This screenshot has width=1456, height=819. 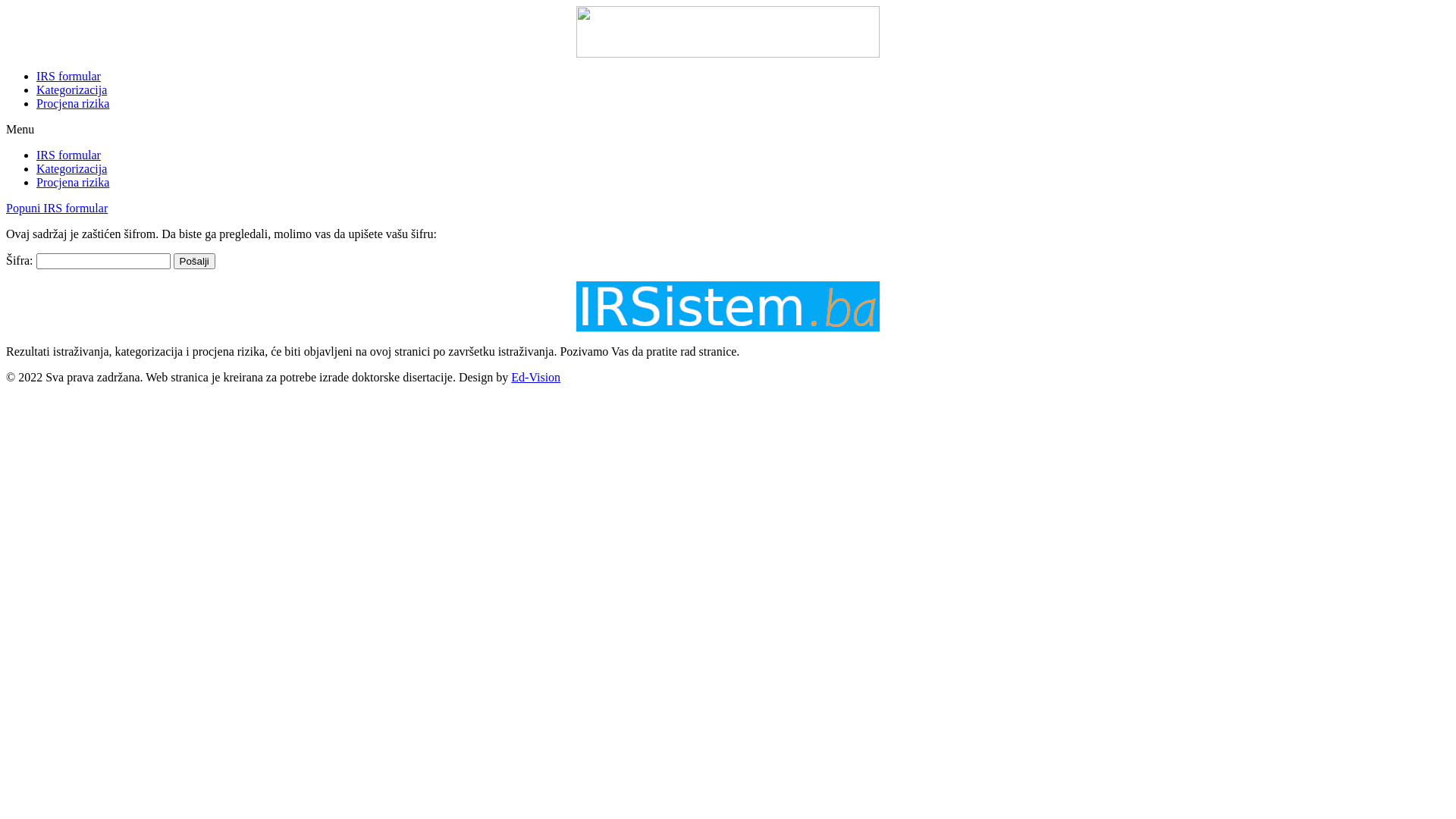 I want to click on 'Ed-Vision', so click(x=535, y=376).